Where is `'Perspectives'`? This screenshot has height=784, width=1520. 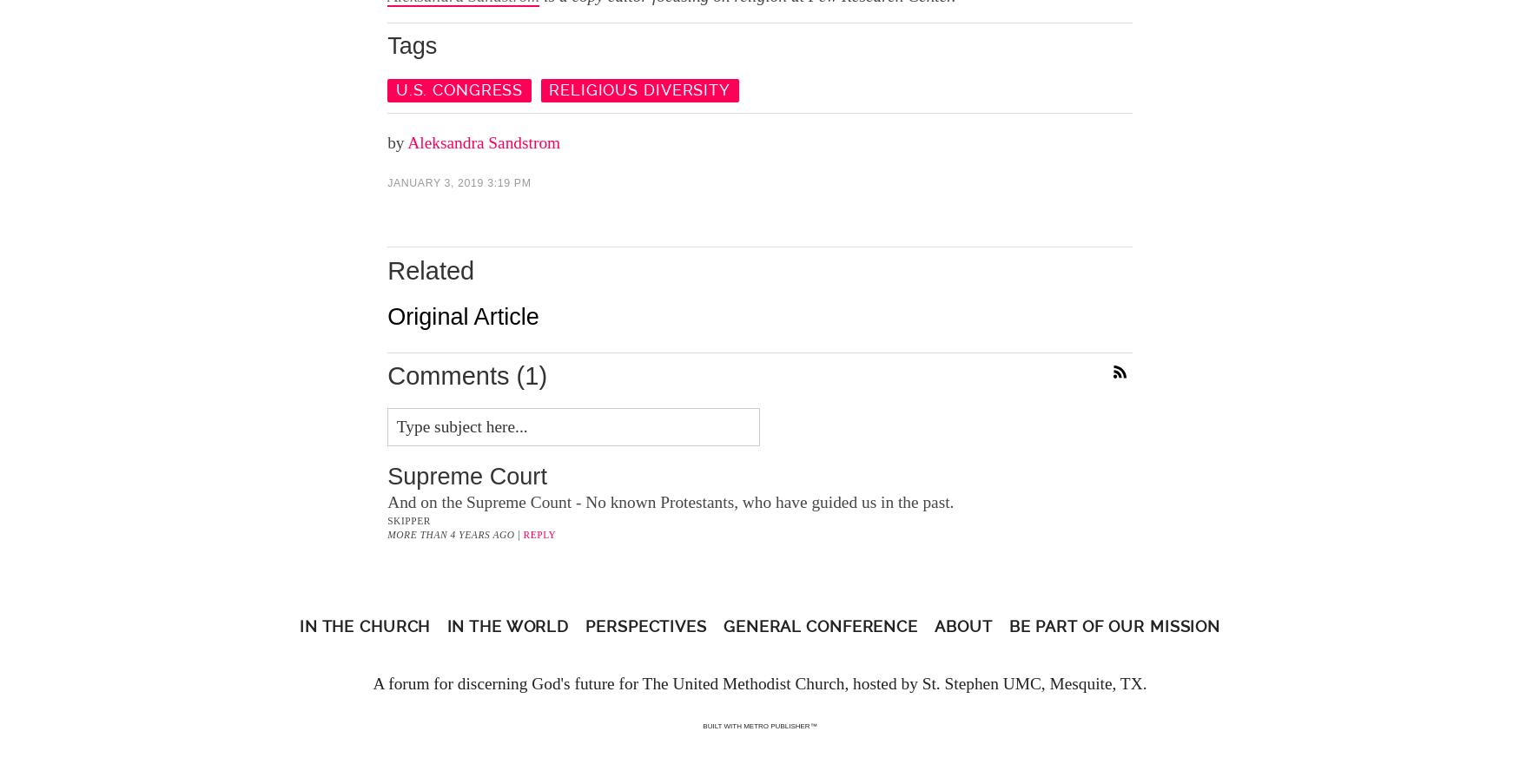
'Perspectives' is located at coordinates (584, 625).